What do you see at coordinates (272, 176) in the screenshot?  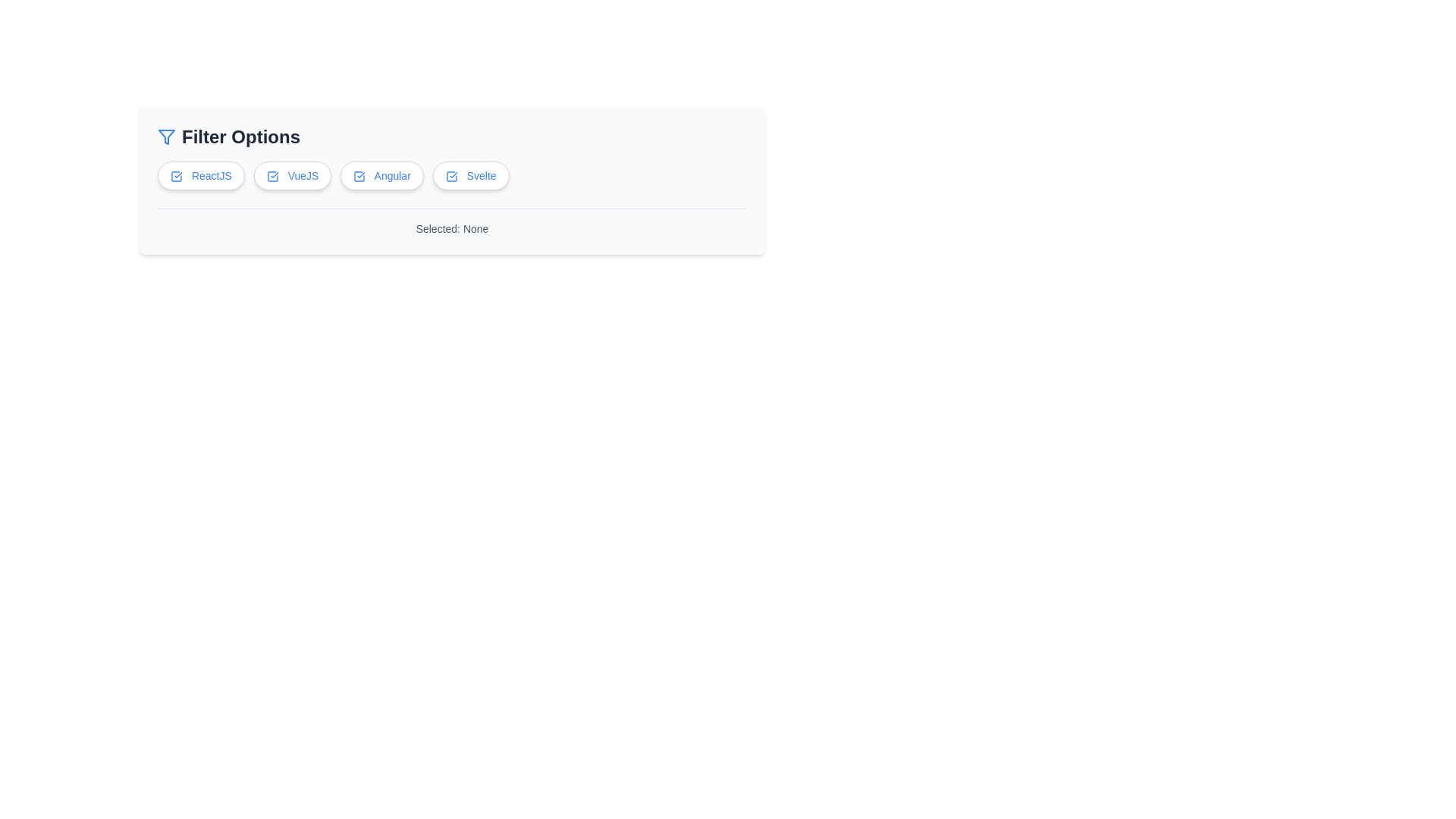 I see `the 'VueJS' button by clicking on the icon that indicates the selection state, which is positioned to the left of the text 'VueJS'` at bounding box center [272, 176].